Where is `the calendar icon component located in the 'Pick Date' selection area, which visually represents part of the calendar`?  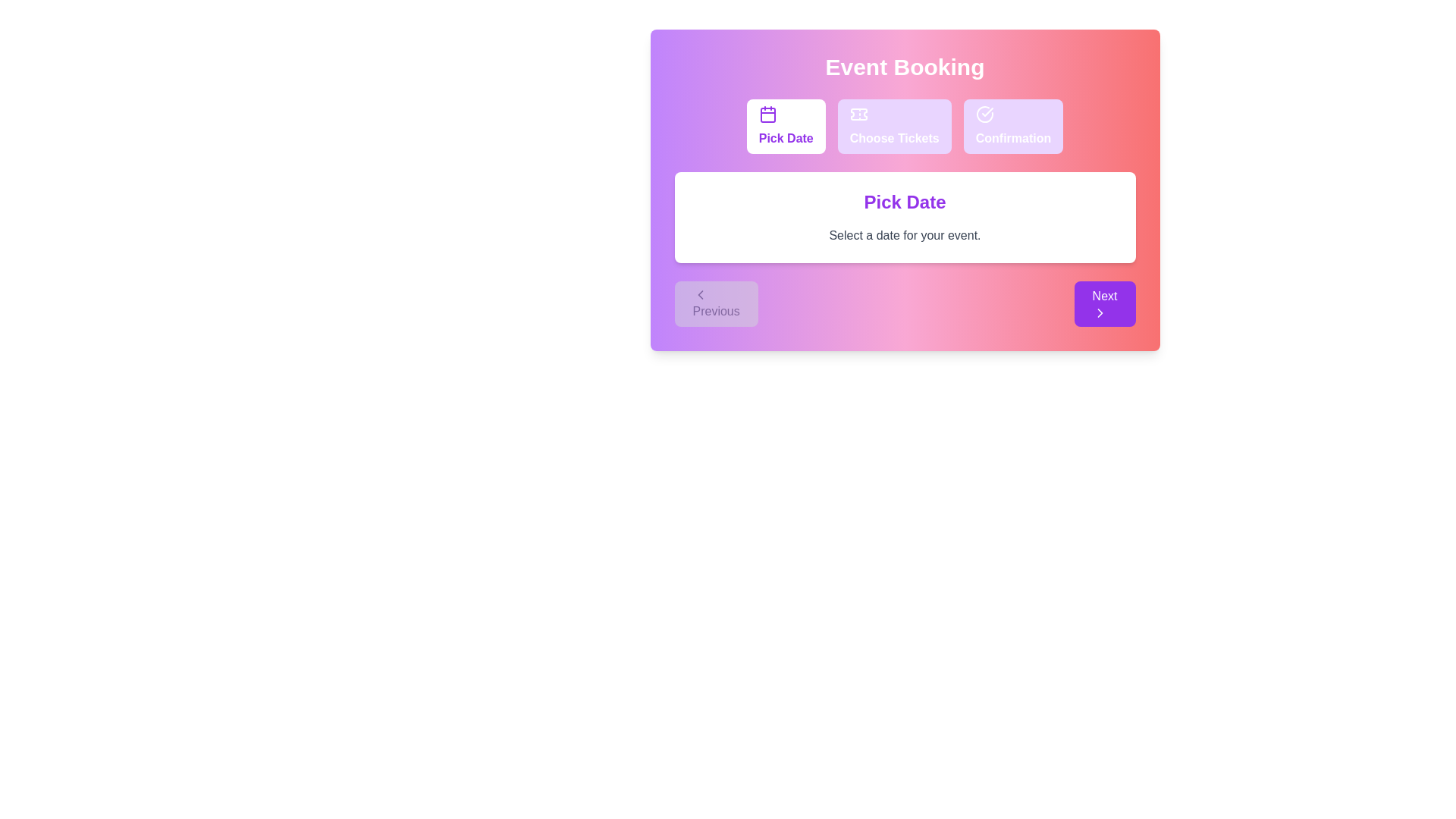
the calendar icon component located in the 'Pick Date' selection area, which visually represents part of the calendar is located at coordinates (767, 114).